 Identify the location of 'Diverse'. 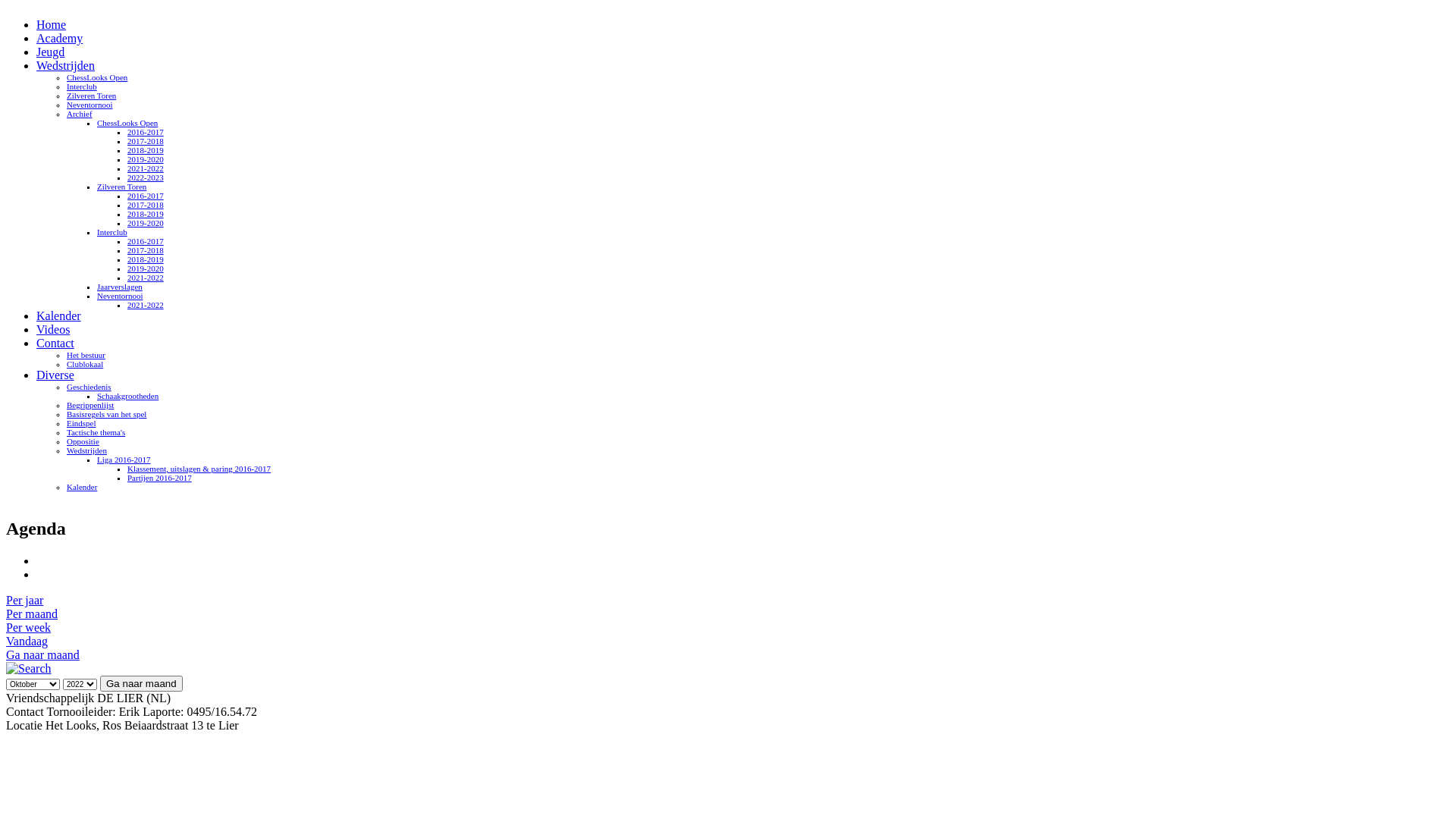
(55, 375).